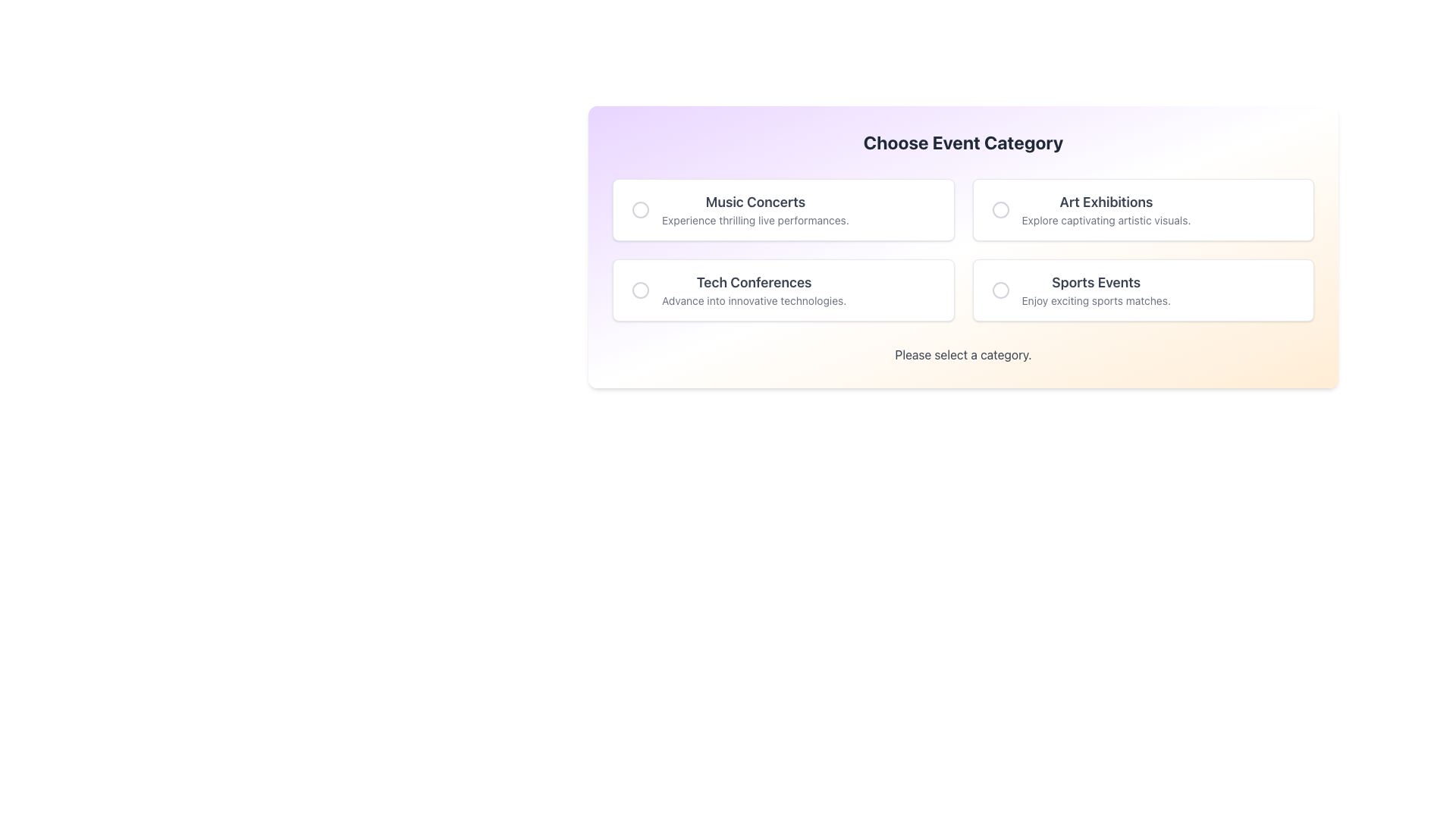 The width and height of the screenshot is (1456, 819). I want to click on the circular radio button indicator located within the 'Sports Events' area in the bottom-right of the grid interface, so click(1000, 290).